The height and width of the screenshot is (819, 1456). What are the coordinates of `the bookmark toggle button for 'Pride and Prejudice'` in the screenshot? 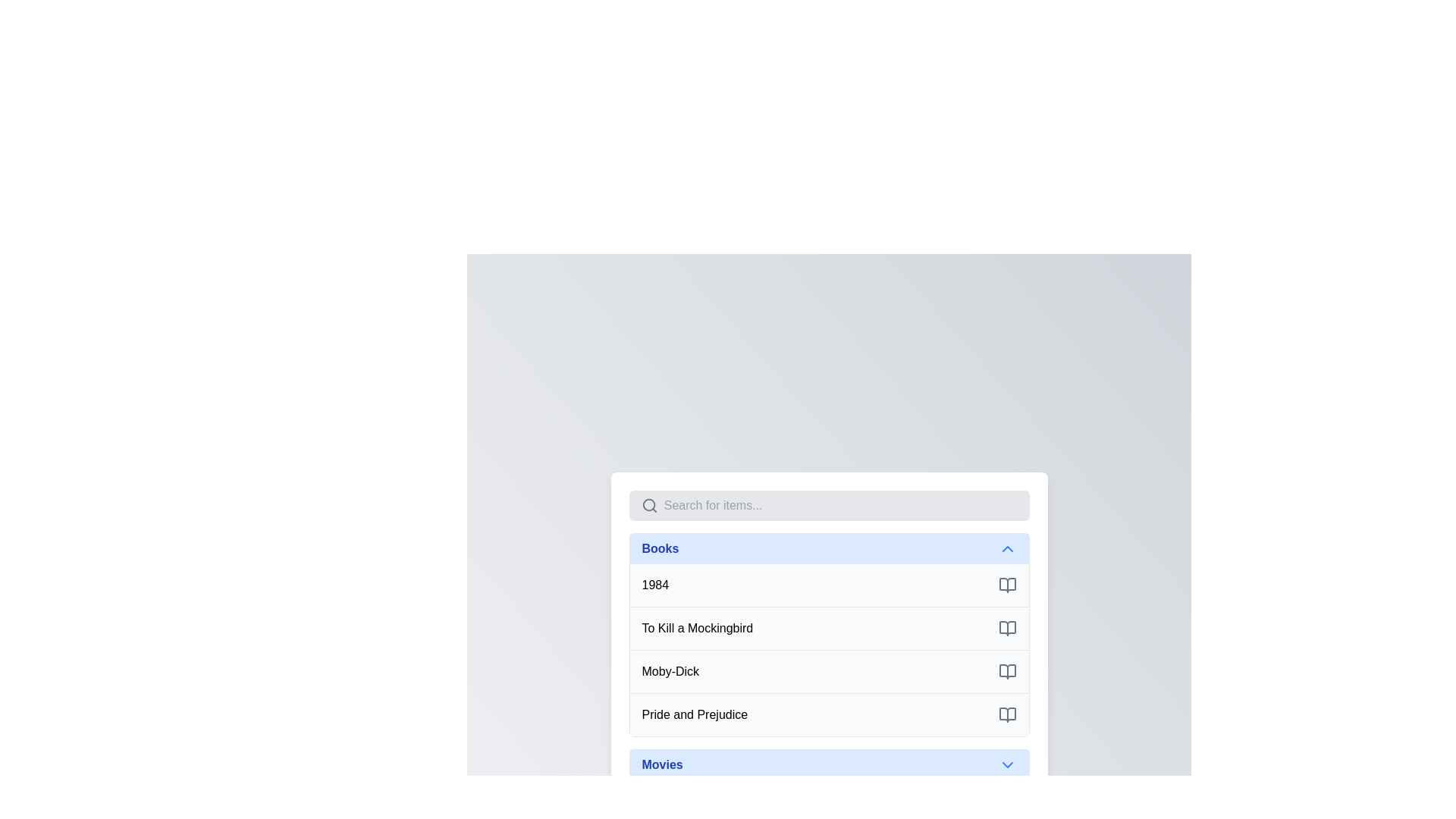 It's located at (1007, 714).